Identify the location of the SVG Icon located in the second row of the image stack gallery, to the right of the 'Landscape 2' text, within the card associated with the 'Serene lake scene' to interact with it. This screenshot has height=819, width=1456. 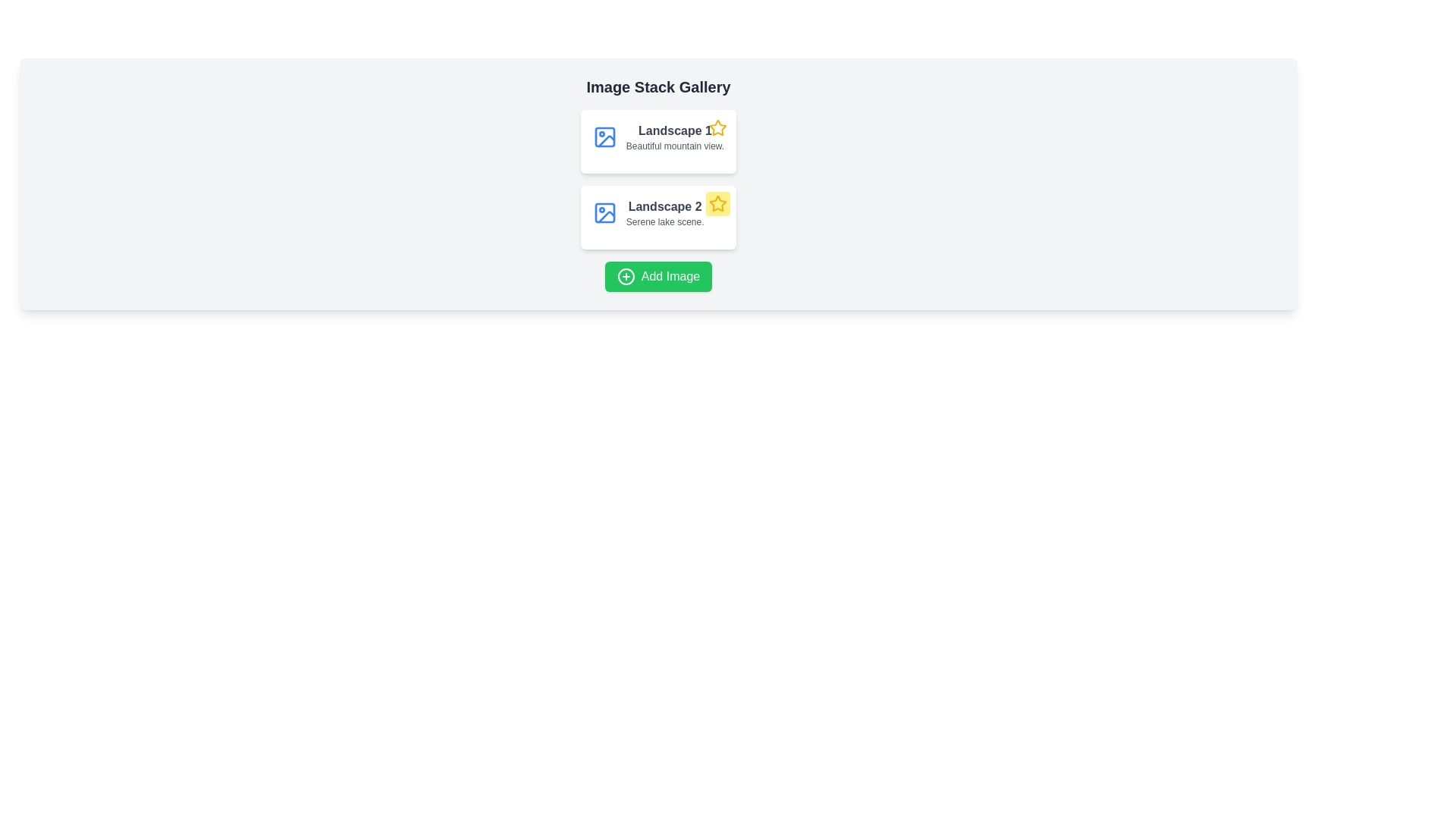
(717, 202).